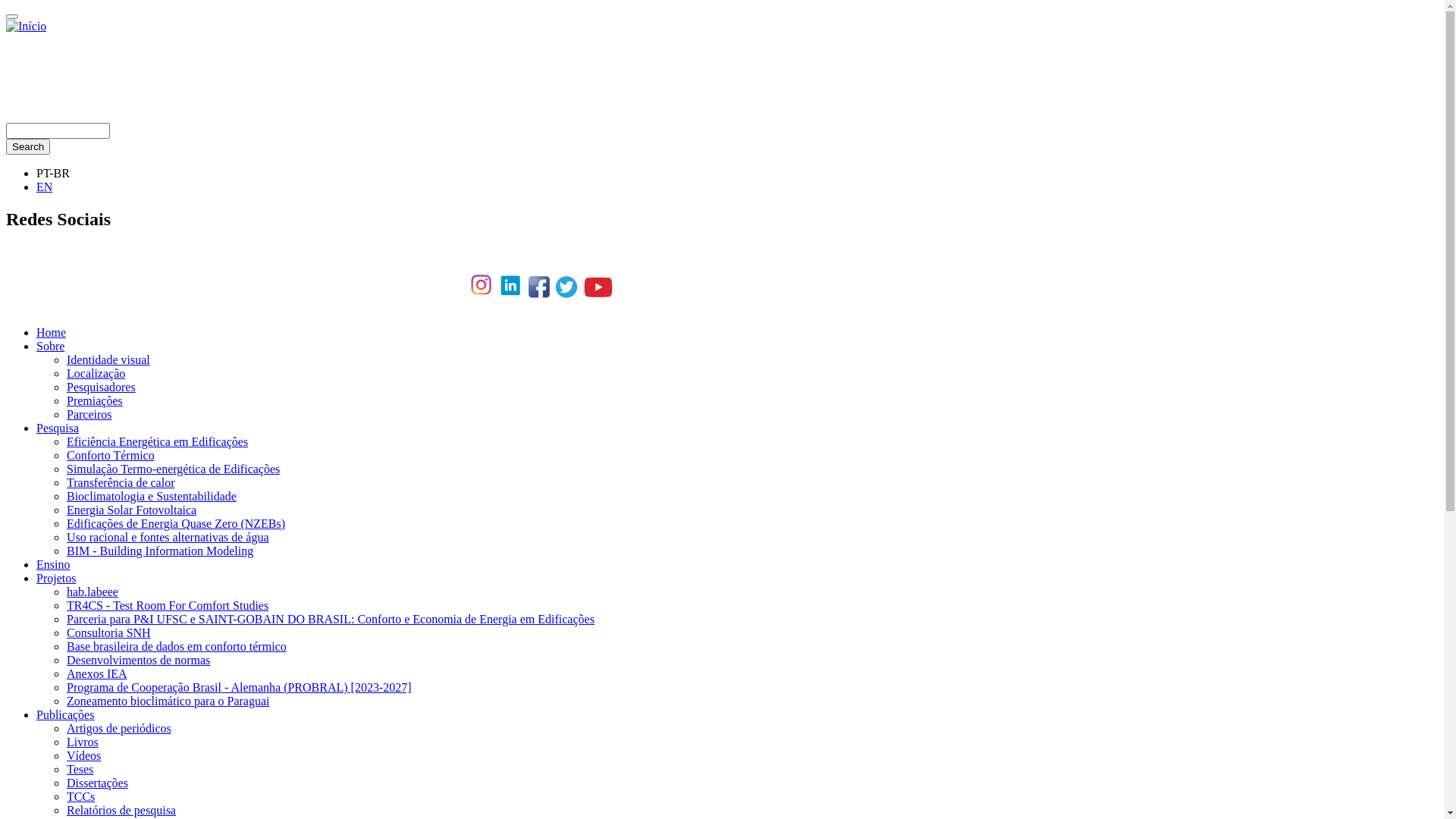 Image resolution: width=1456 pixels, height=819 pixels. I want to click on 'Parceiros', so click(89, 414).